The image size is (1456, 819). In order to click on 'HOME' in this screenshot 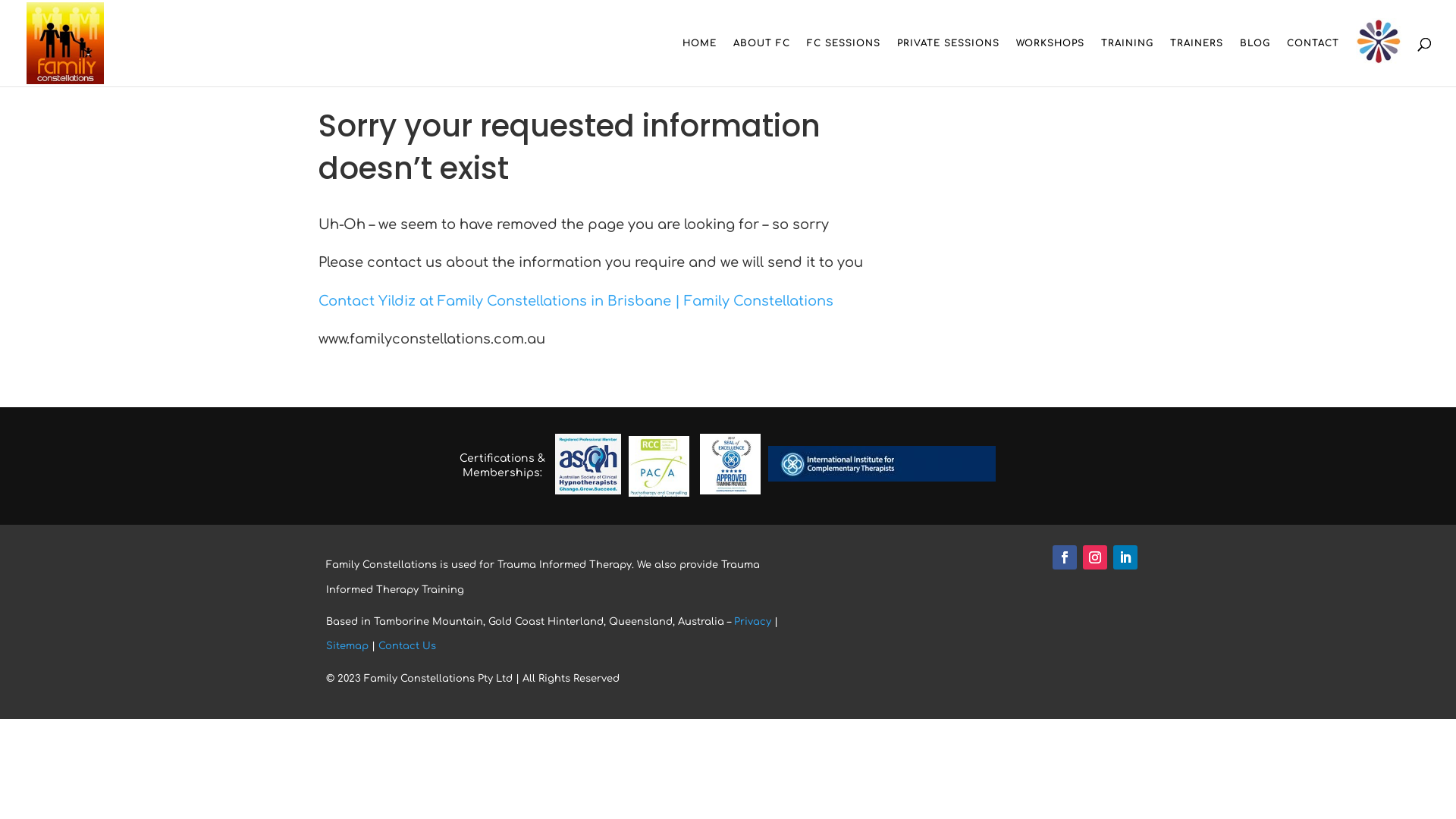, I will do `click(682, 61)`.